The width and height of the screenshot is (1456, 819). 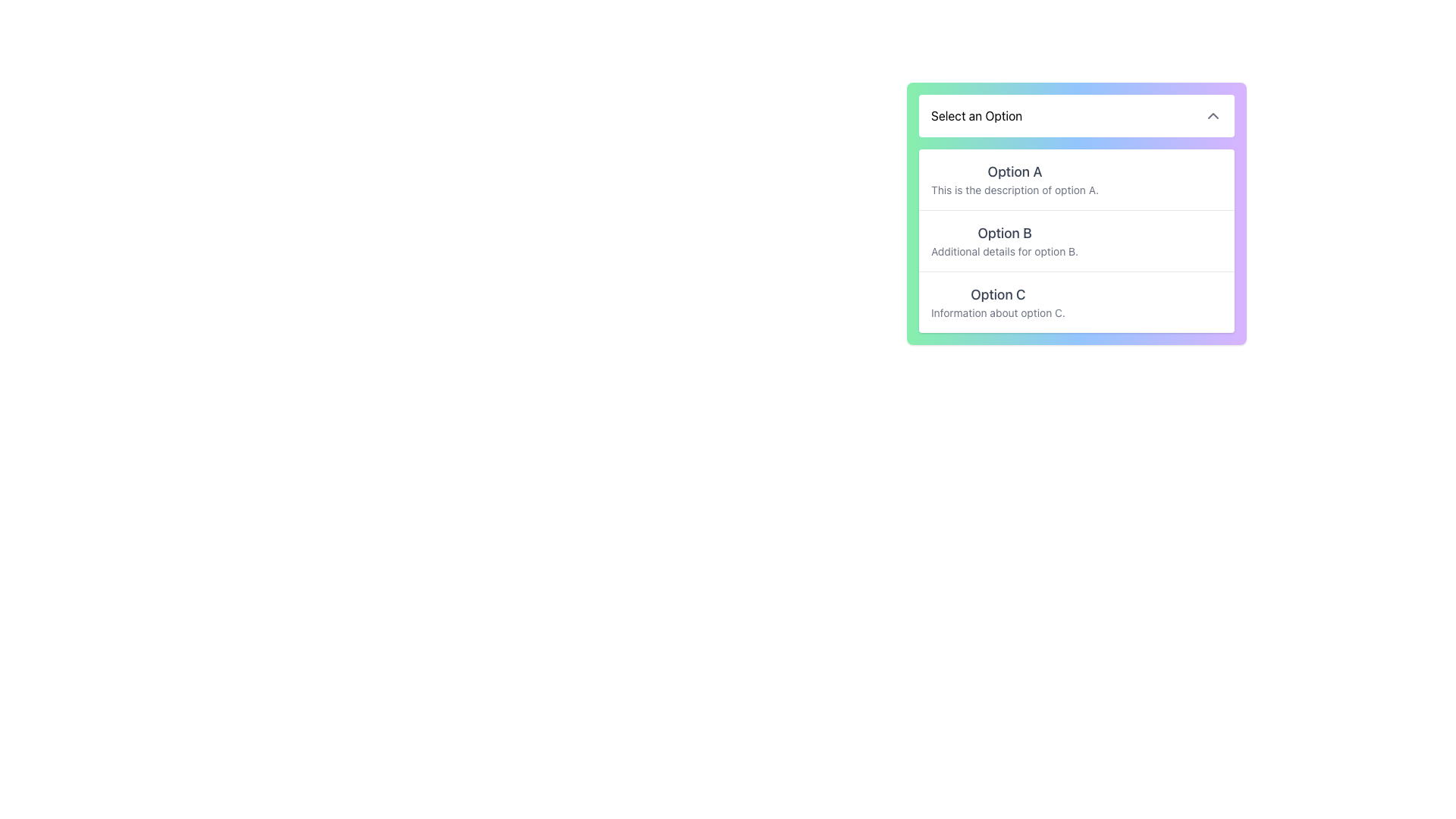 I want to click on text from the title label for the third selectable option in the drop-down menu, which is located directly above the descriptive text 'Information about option C.', so click(x=998, y=295).